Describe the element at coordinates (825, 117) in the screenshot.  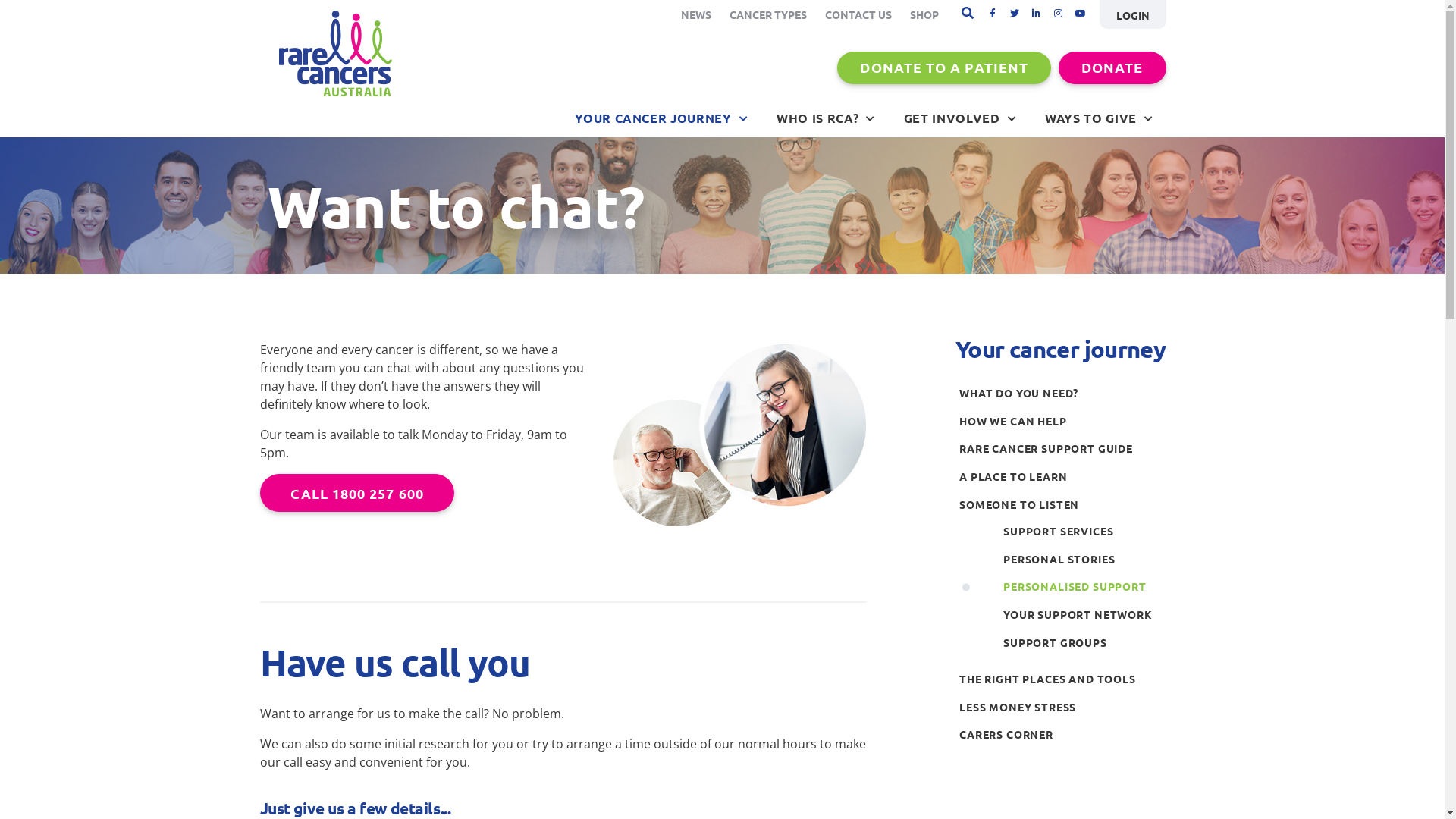
I see `'WHO IS RCA?'` at that location.